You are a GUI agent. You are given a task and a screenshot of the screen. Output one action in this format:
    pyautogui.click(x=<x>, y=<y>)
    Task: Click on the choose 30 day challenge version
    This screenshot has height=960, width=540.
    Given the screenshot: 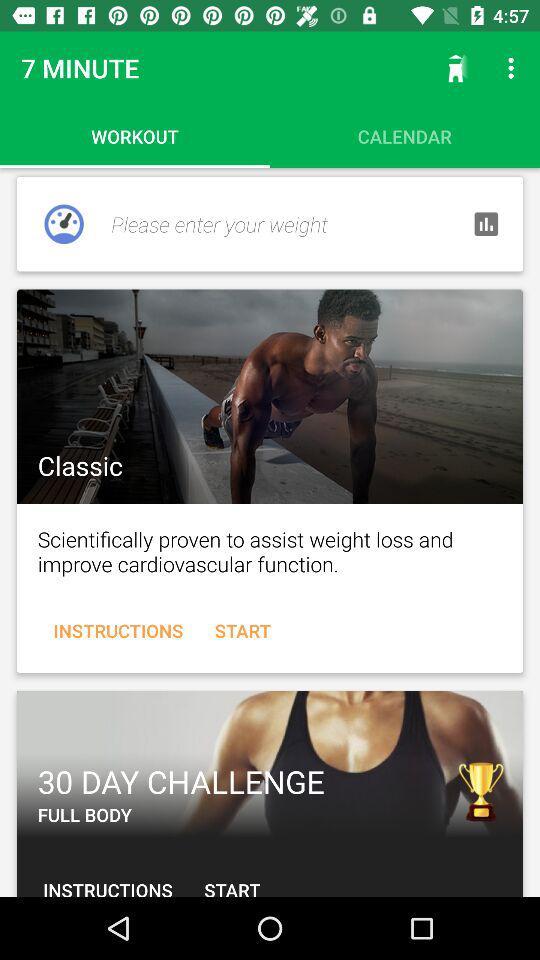 What is the action you would take?
    pyautogui.click(x=270, y=763)
    